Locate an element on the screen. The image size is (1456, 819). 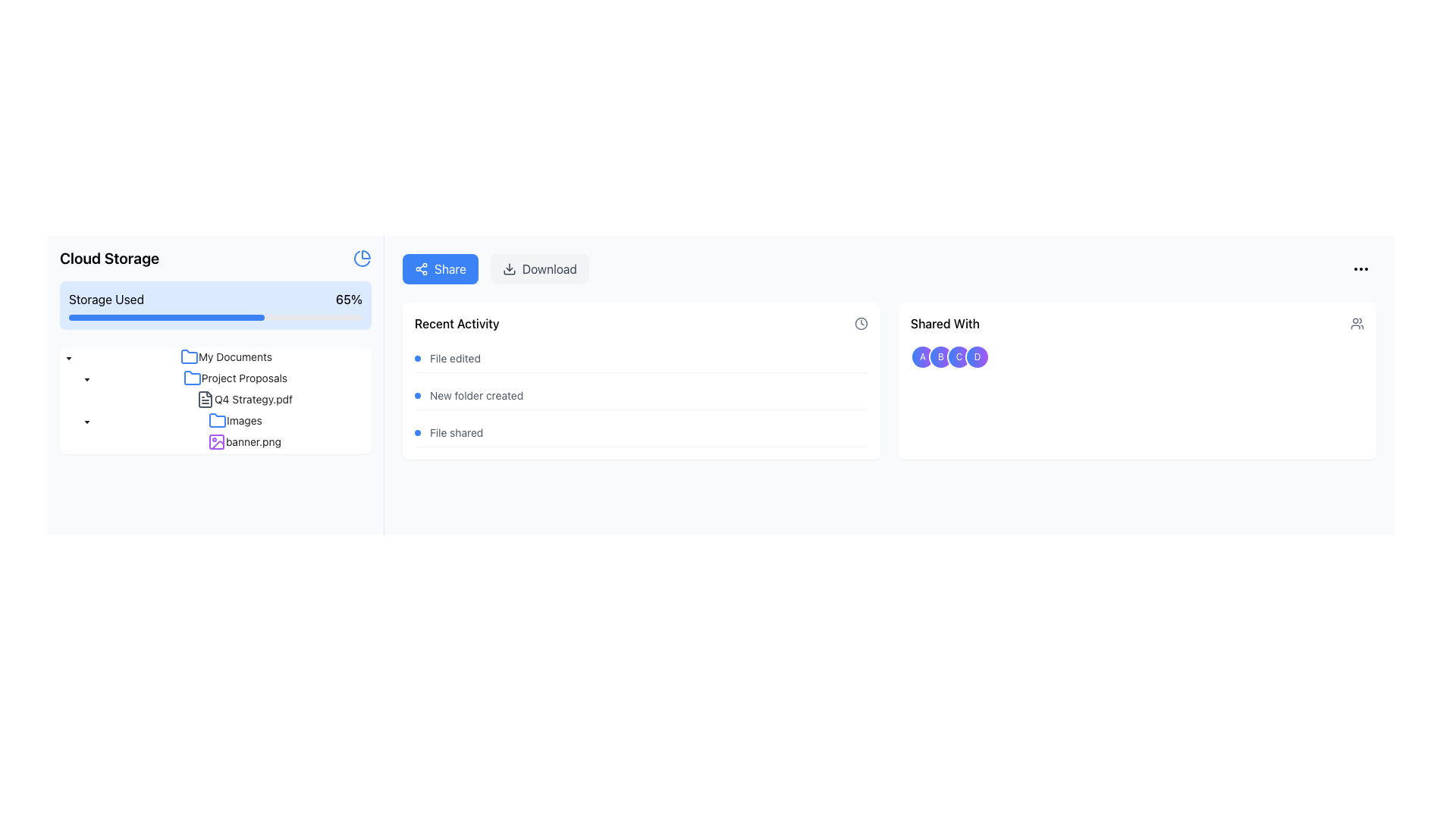
the 'Images' folder navigation item located is located at coordinates (234, 421).